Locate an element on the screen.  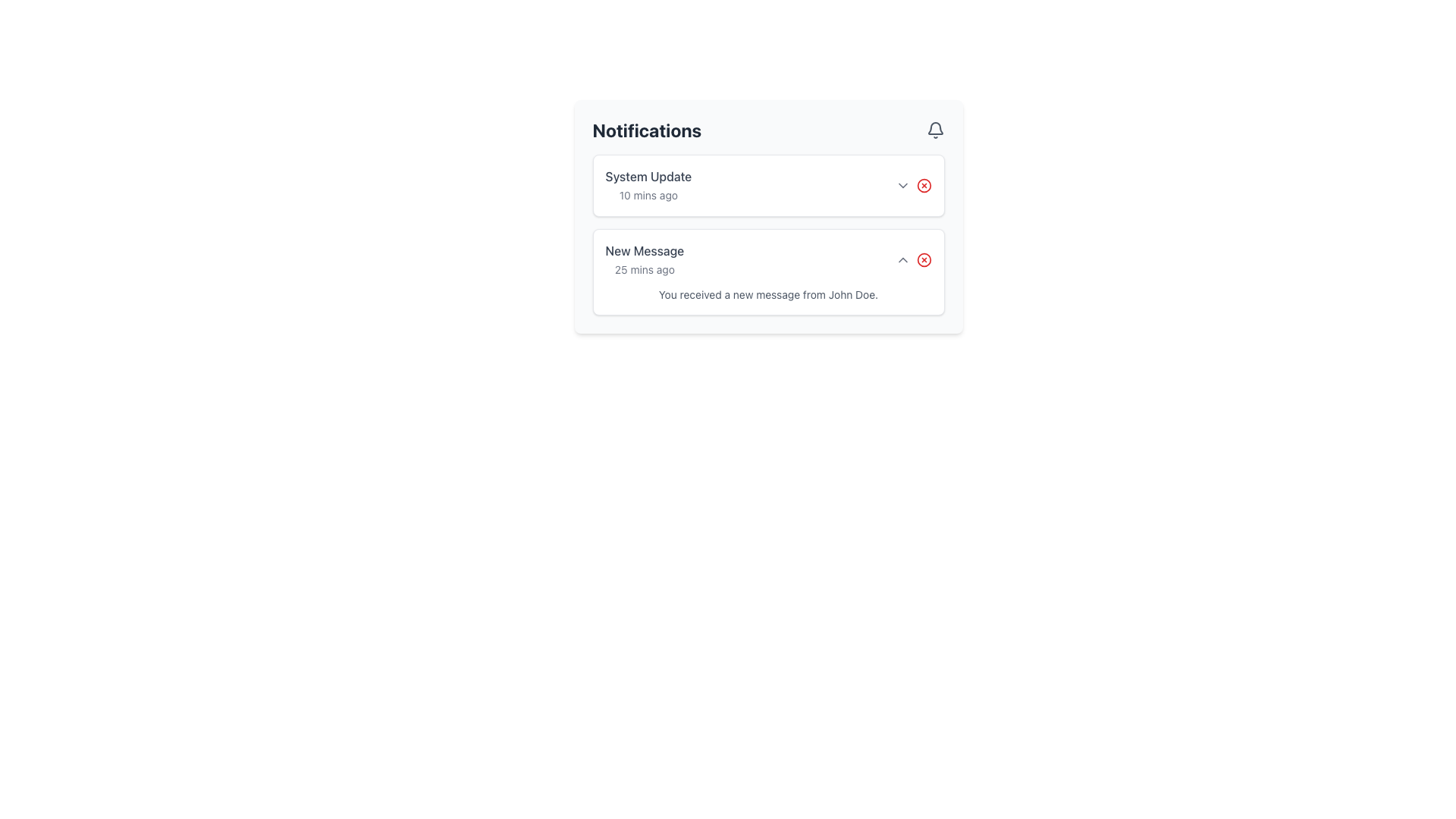
the bell icon located at the far-right side of the header section titled 'Notifications' is located at coordinates (934, 130).